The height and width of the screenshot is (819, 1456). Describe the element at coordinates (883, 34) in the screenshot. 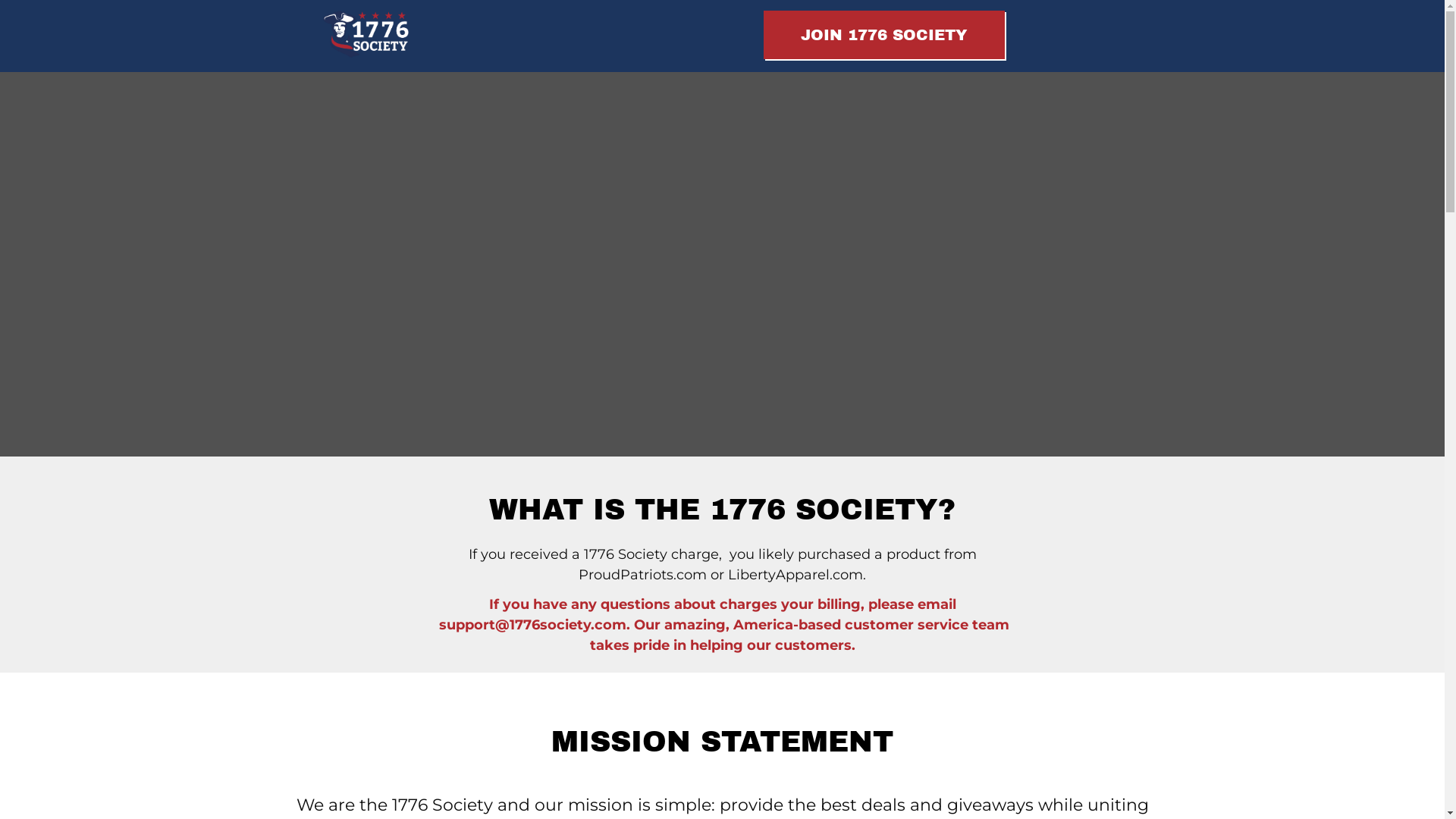

I see `'JOIN 1776 SOCIETY'` at that location.